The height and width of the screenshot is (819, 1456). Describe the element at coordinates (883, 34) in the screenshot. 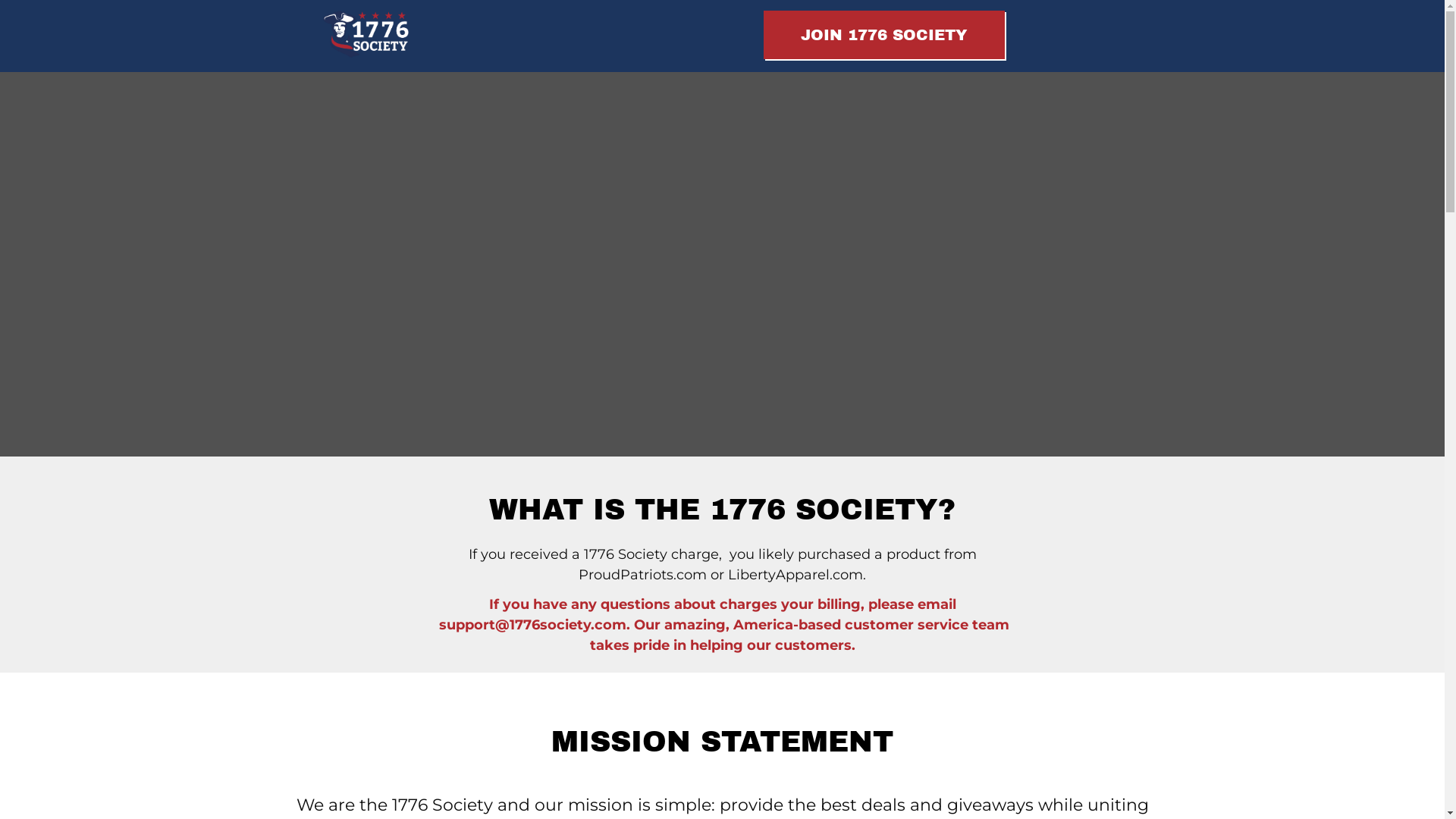

I see `'JOIN 1776 SOCIETY'` at that location.